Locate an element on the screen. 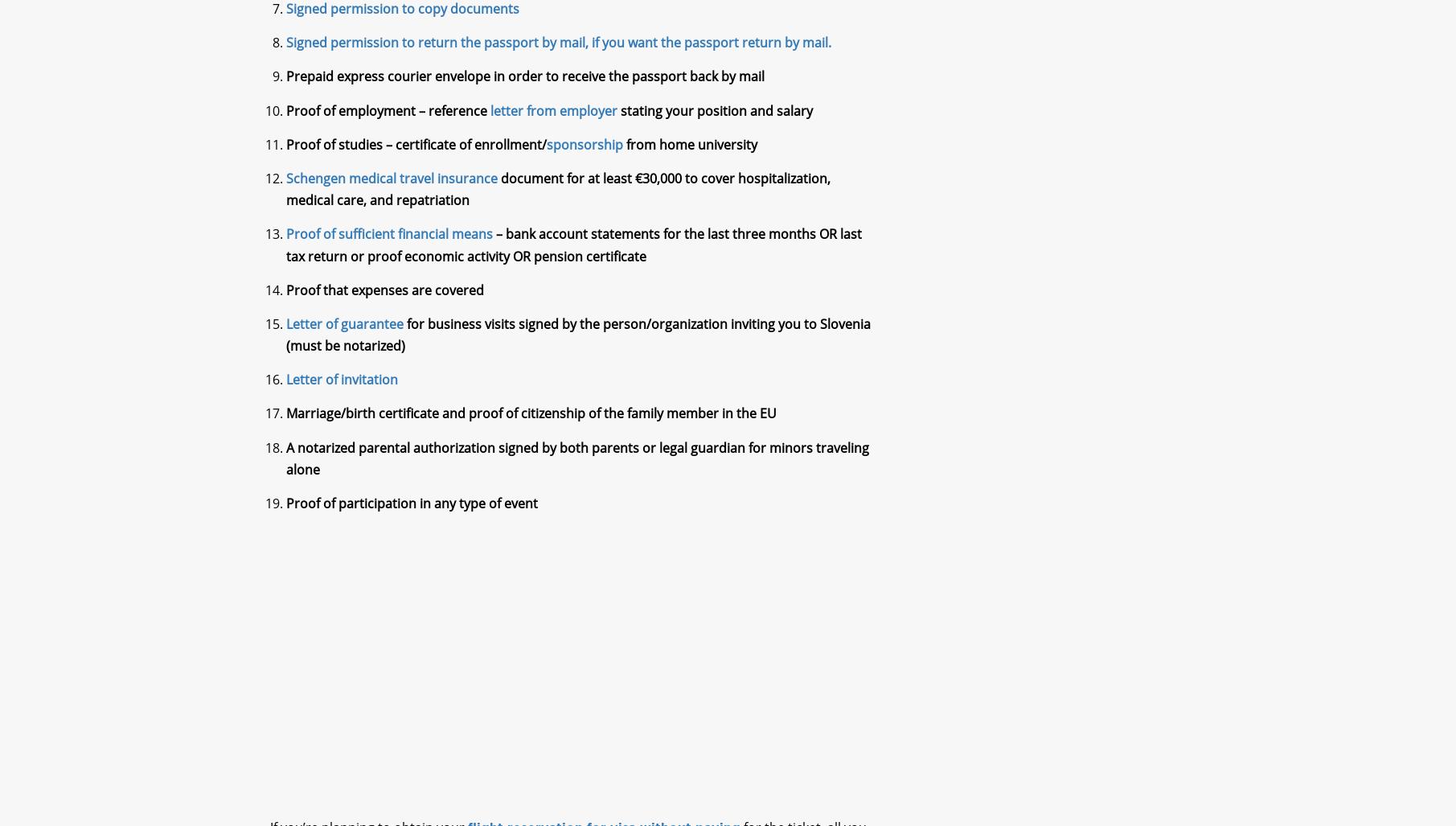 This screenshot has height=826, width=1456. 'Prepaid express courier envelope in order to receive the passport back by mail' is located at coordinates (524, 89).